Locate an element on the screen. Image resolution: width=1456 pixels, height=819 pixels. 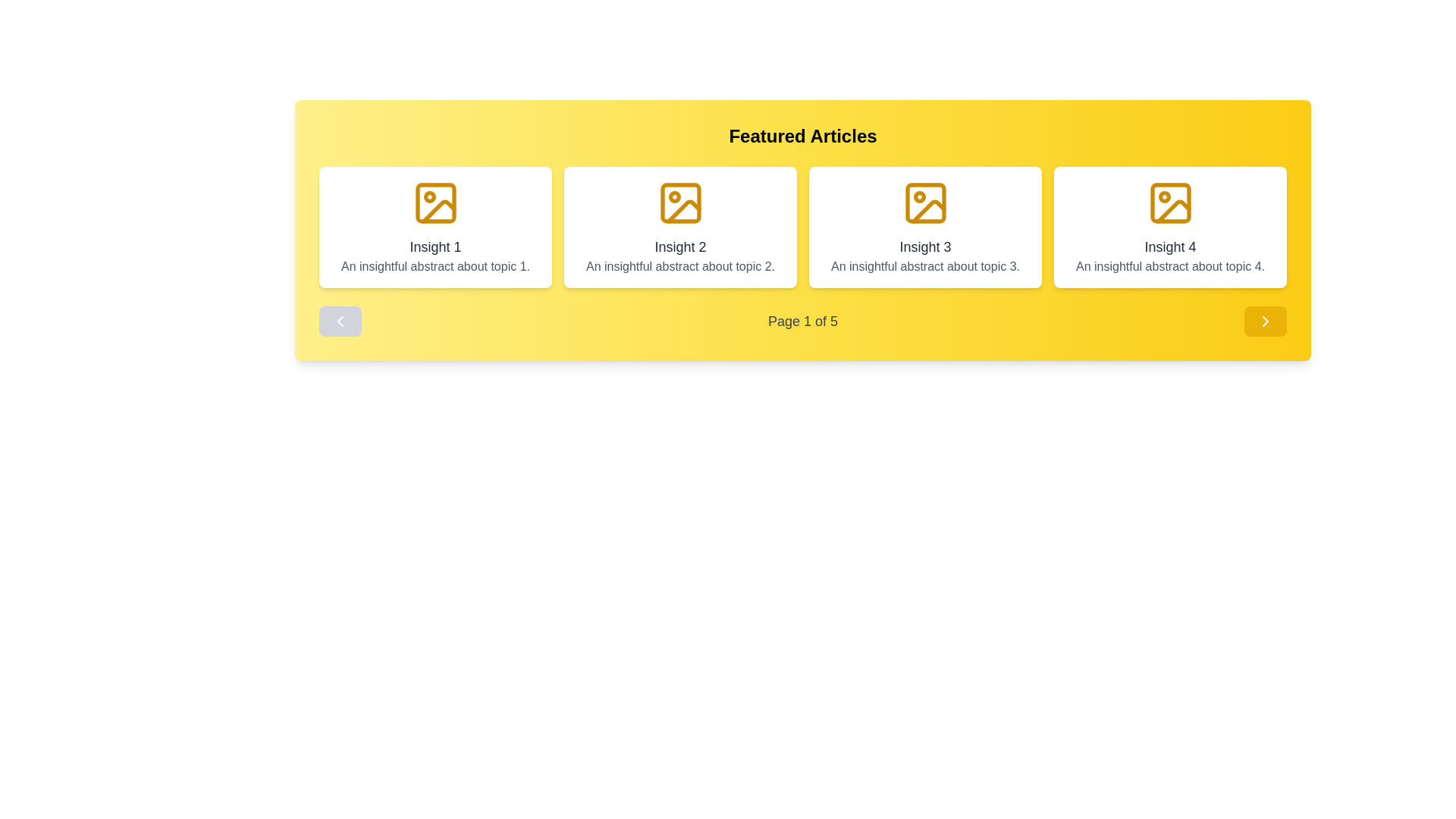
the prominent heading element with the text 'Featured Articles', which is bold, large, and centrally aligned on a yellow gradient background is located at coordinates (802, 136).